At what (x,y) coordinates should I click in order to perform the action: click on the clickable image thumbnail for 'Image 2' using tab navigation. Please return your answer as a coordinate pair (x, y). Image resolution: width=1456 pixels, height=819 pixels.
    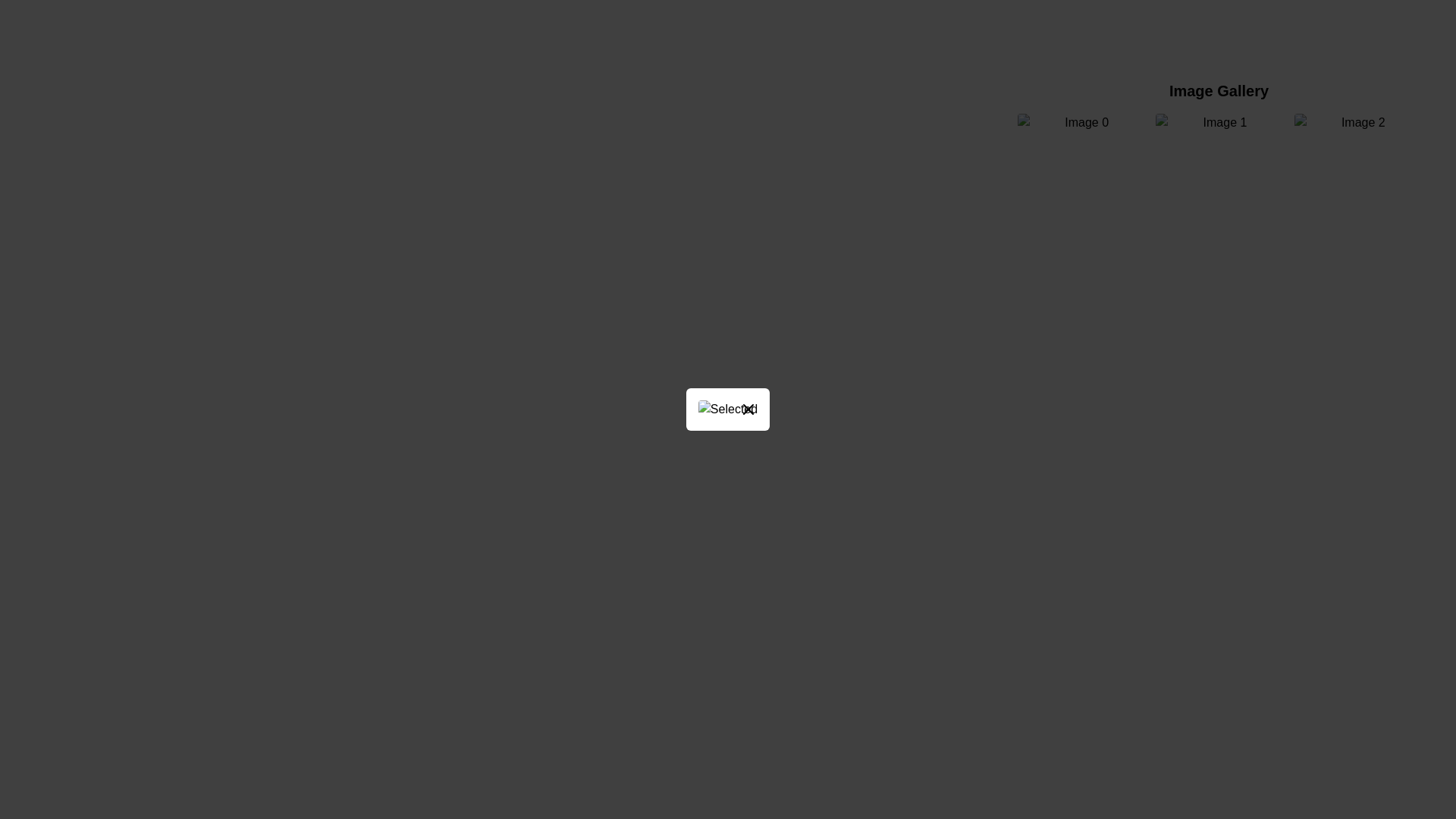
    Looking at the image, I should click on (1357, 122).